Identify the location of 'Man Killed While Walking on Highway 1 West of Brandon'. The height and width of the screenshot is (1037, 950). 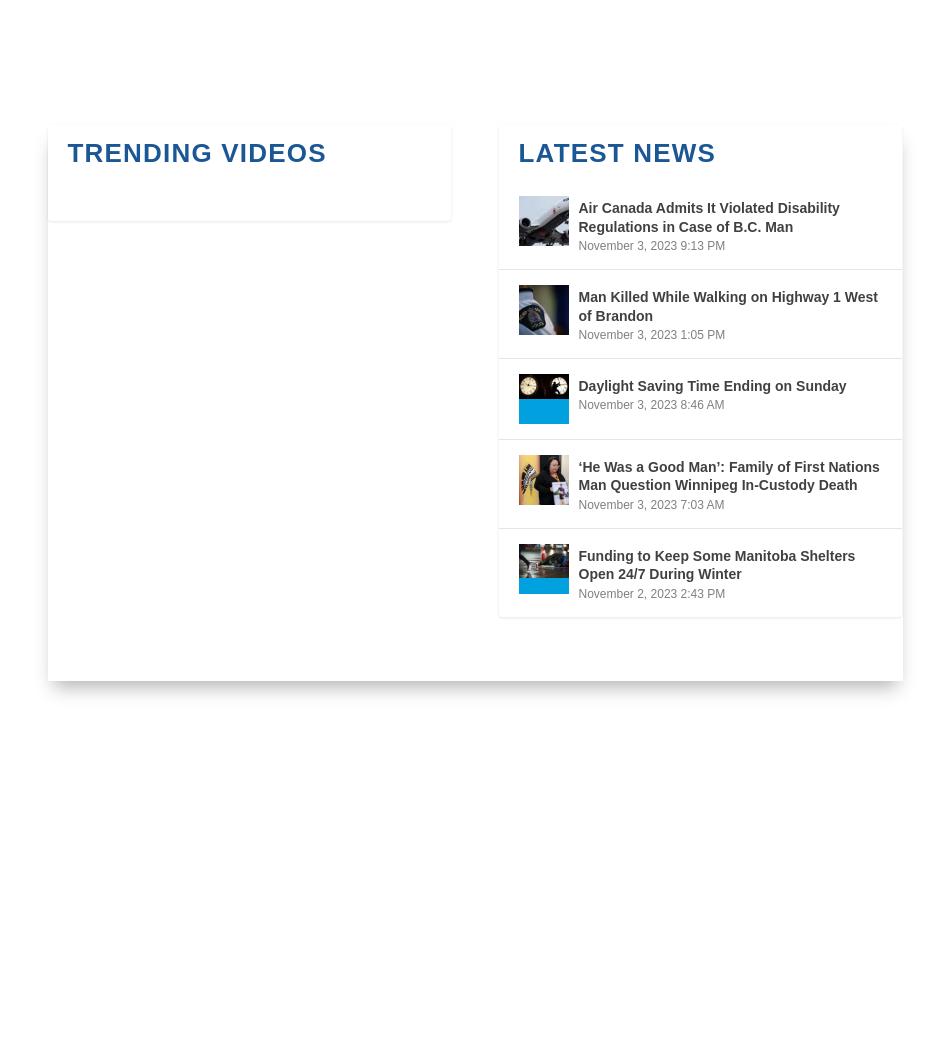
(577, 305).